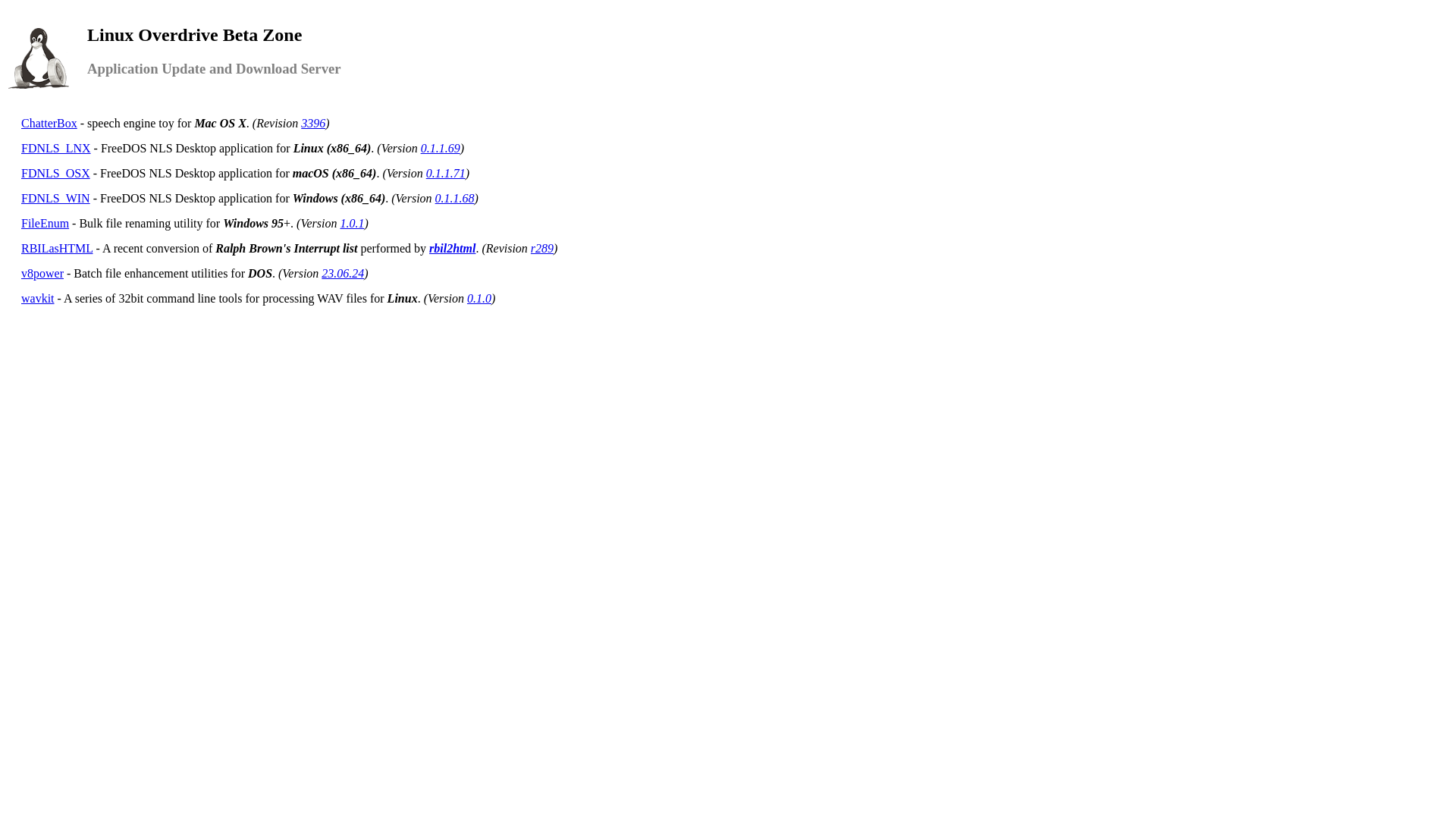 Image resolution: width=1456 pixels, height=819 pixels. Describe the element at coordinates (341, 273) in the screenshot. I see `'23.06.24'` at that location.